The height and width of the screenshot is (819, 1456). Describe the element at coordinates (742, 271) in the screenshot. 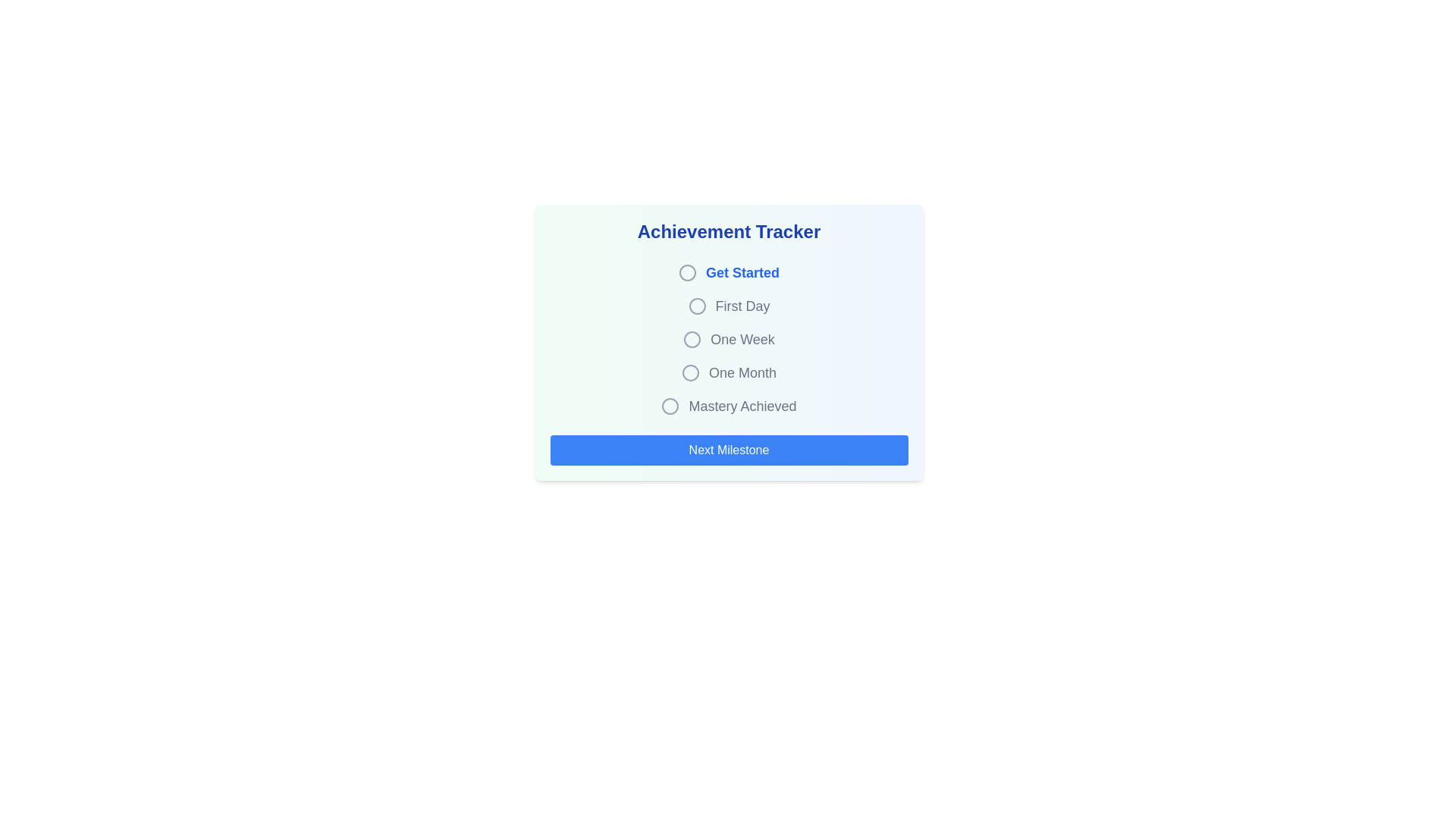

I see `text of the Text Label that serves as a label for a selectable option adjacent to a radio button in the 'Achievement Tracker' card component` at that location.